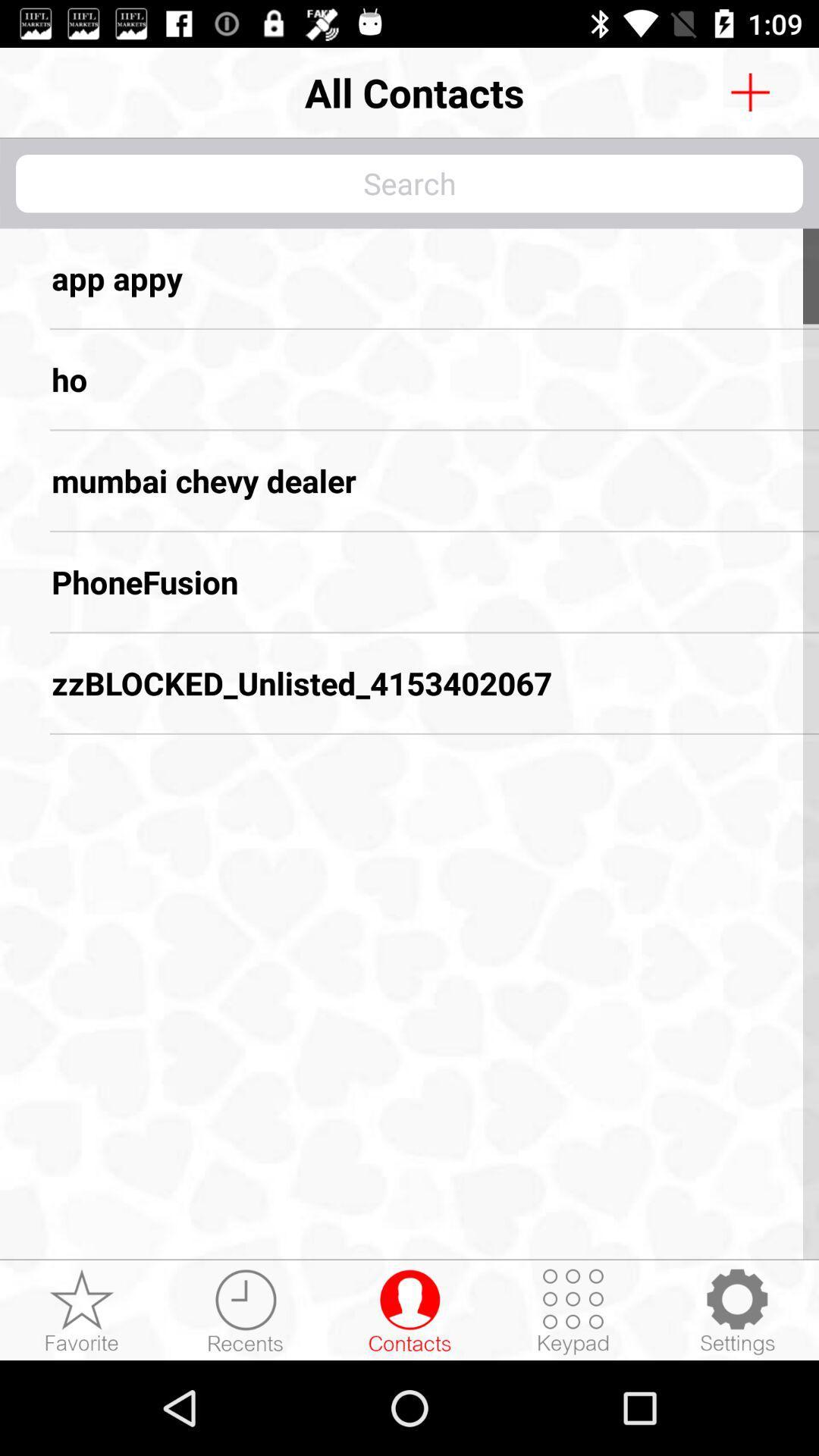 This screenshot has width=819, height=1456. I want to click on search, so click(409, 183).